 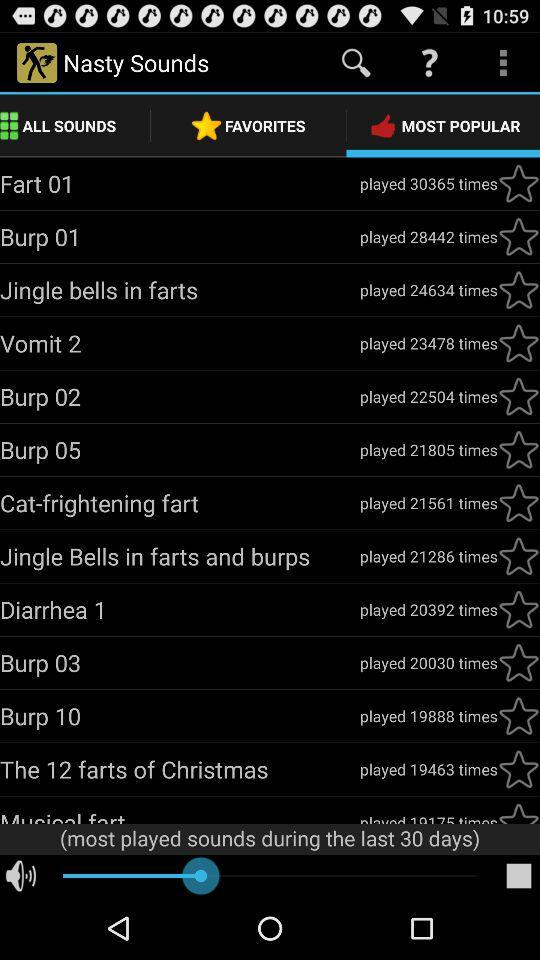 I want to click on star article, so click(x=518, y=502).